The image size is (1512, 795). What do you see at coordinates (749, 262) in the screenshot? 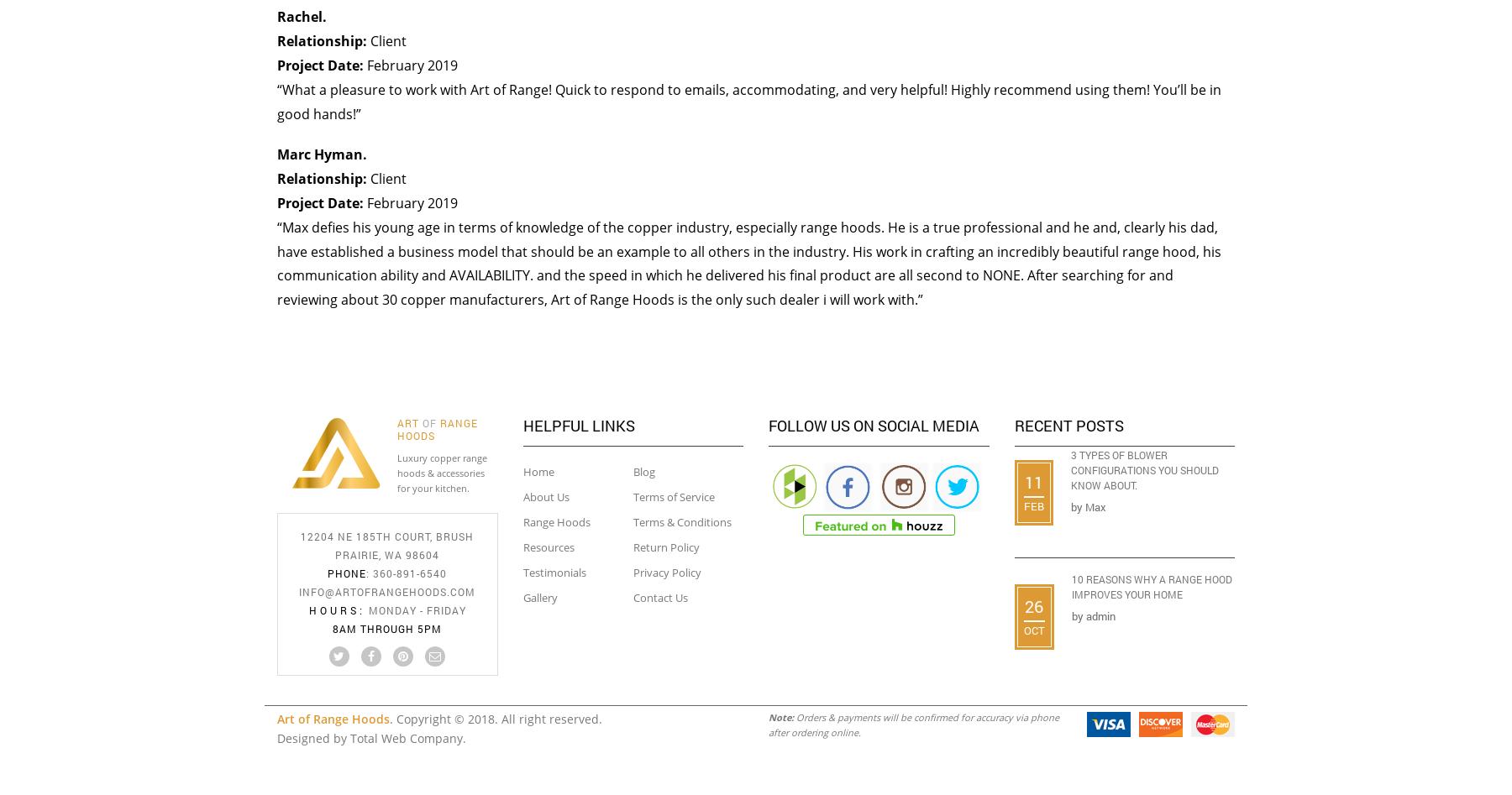
I see `'“Max defies his young age in terms of knowledge of the copper industry, especially range hoods. He is a true professional and he and, clearly his dad, have established a business model that should be an example to all others in the industry. His work in crafting an incredibly beautiful range hood, his communication ability and AVAILABILITY. and the speed in which he delivered his final product are all second to NONE. After searching for and reviewing about 30 copper manufacturers, Art of Range Hoods is the only such dealer i will work with.”'` at bounding box center [749, 262].